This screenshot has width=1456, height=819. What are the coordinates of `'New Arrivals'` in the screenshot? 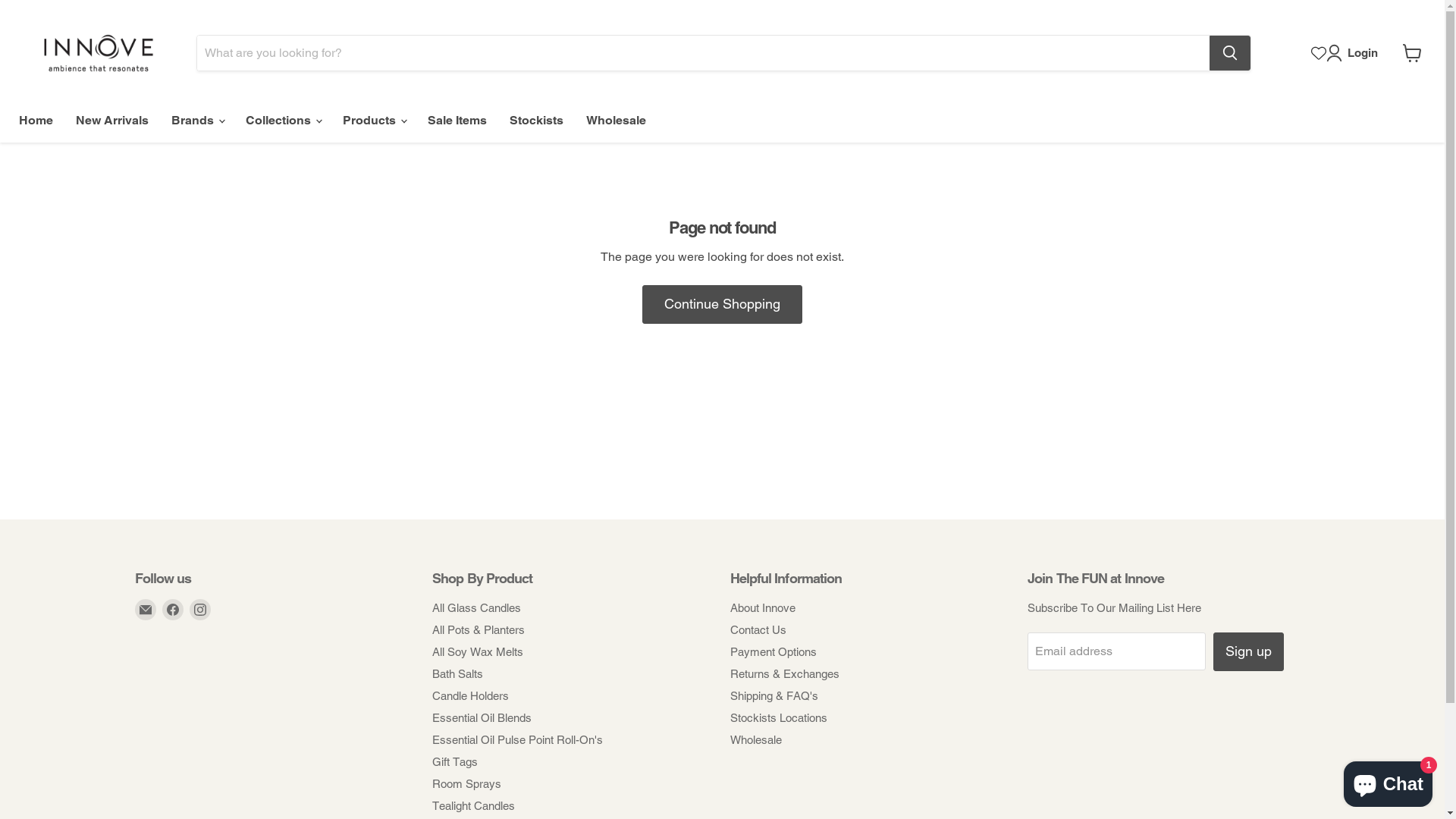 It's located at (64, 119).